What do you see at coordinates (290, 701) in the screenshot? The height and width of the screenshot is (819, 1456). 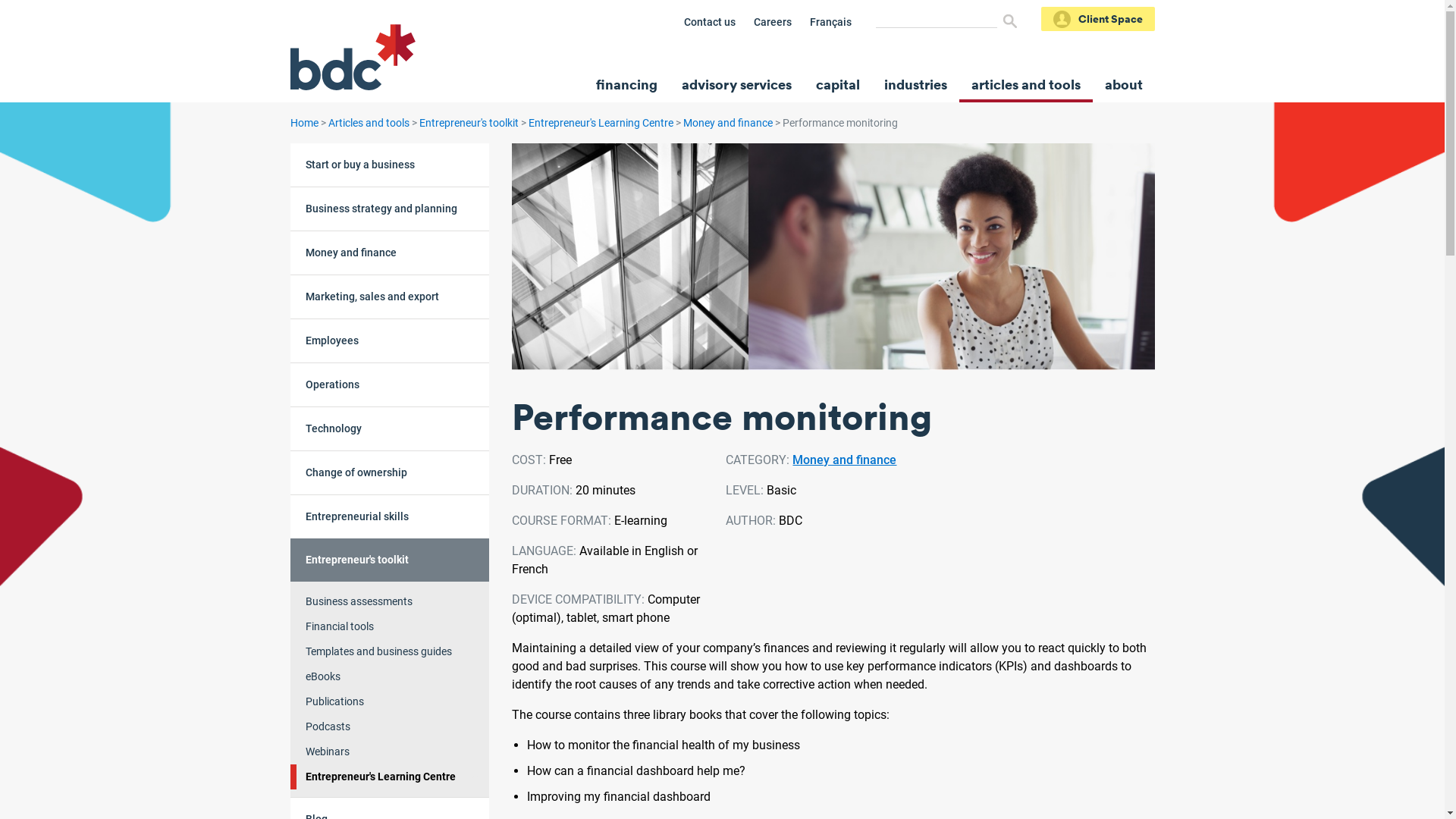 I see `'Publications'` at bounding box center [290, 701].